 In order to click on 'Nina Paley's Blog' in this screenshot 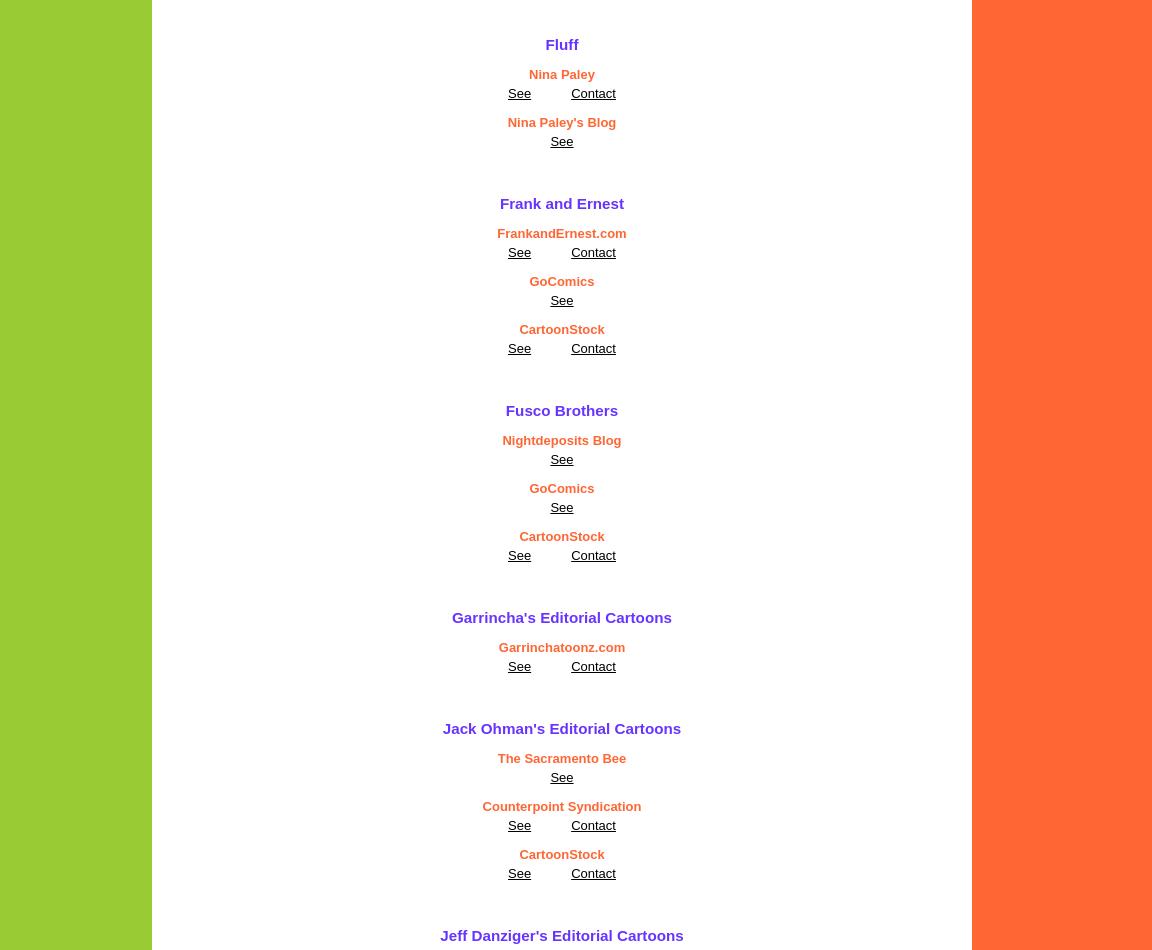, I will do `click(561, 122)`.